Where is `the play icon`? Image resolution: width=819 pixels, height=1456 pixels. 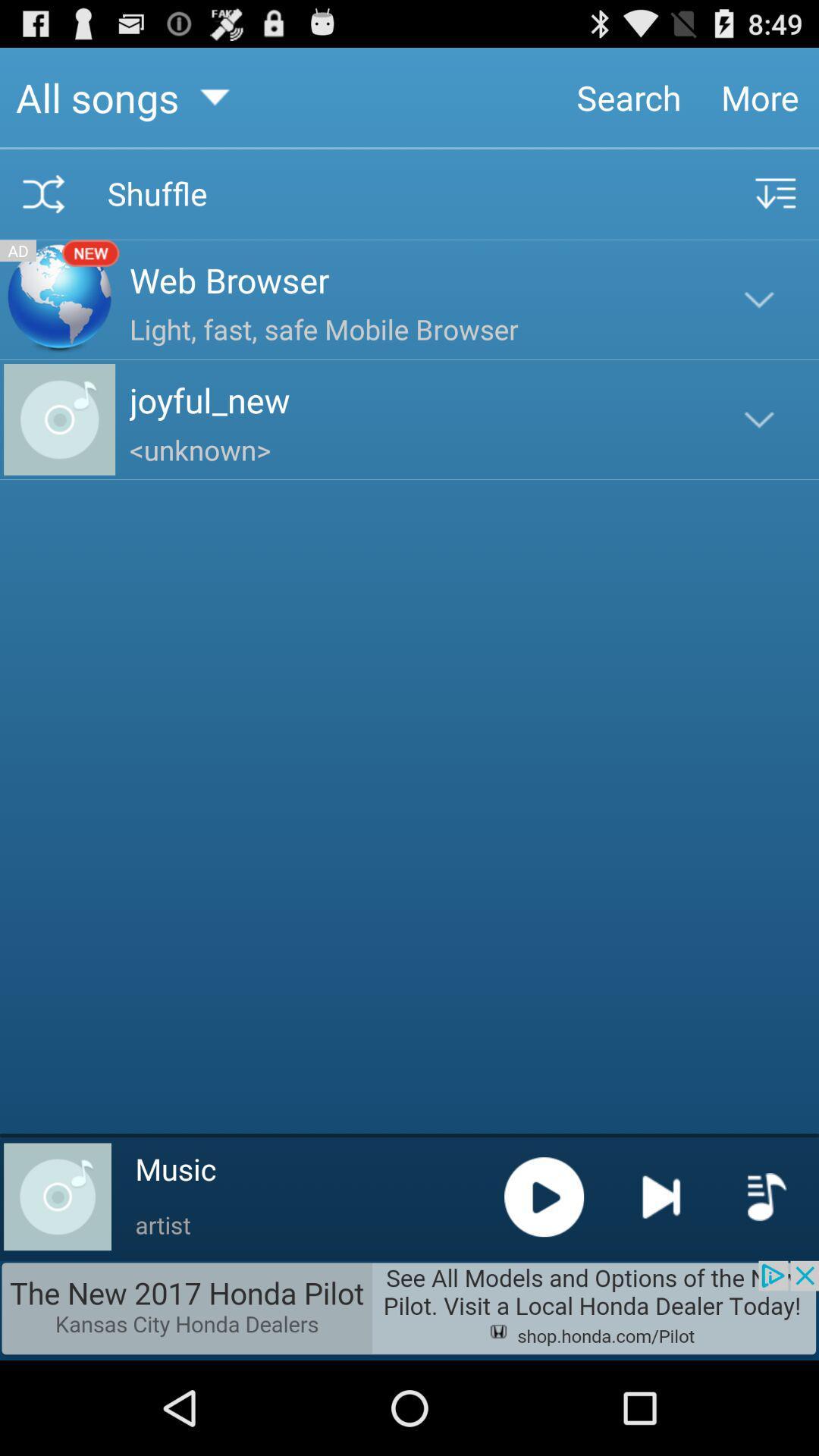
the play icon is located at coordinates (543, 1280).